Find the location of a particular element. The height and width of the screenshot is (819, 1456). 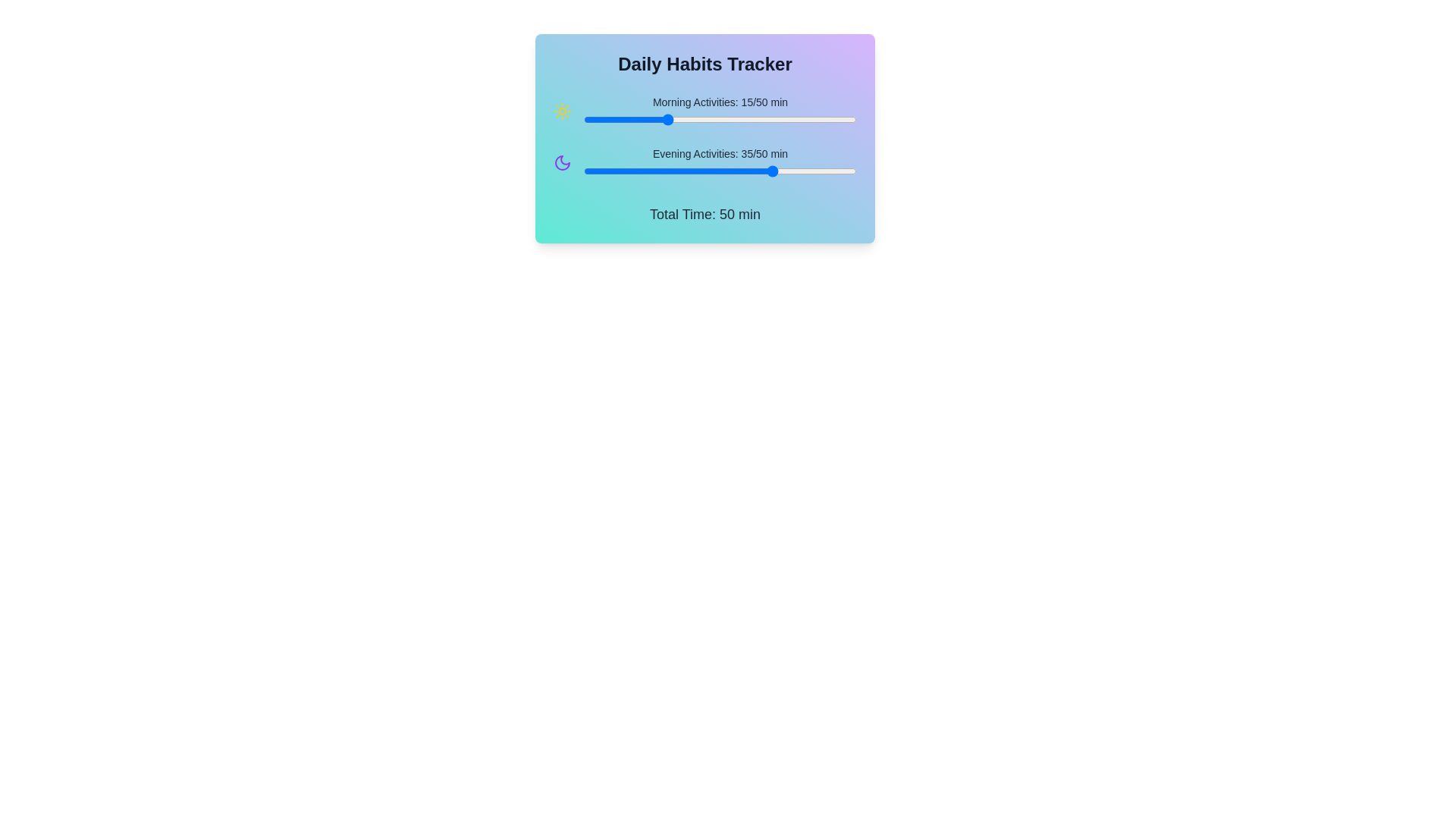

the 'Morning Activities' slider is located at coordinates (736, 119).